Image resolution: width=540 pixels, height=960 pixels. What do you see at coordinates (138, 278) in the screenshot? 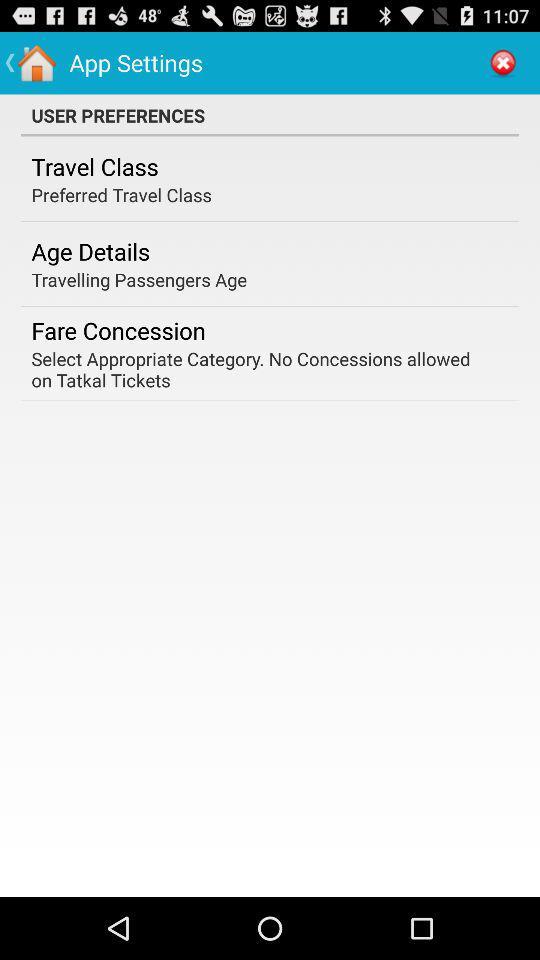
I see `item above the fare concession item` at bounding box center [138, 278].